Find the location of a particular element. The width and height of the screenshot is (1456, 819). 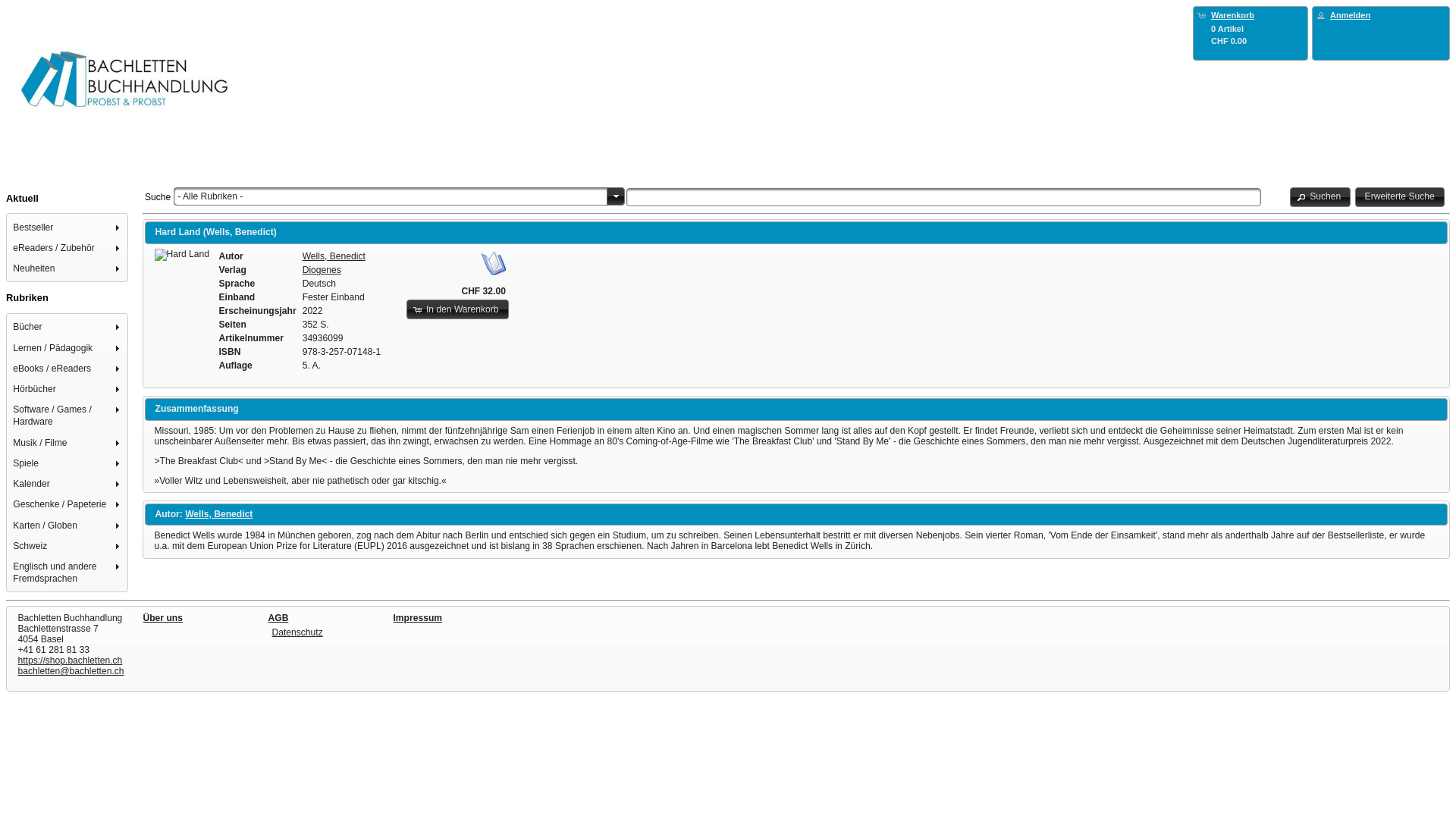

'Suchen' is located at coordinates (1319, 196).